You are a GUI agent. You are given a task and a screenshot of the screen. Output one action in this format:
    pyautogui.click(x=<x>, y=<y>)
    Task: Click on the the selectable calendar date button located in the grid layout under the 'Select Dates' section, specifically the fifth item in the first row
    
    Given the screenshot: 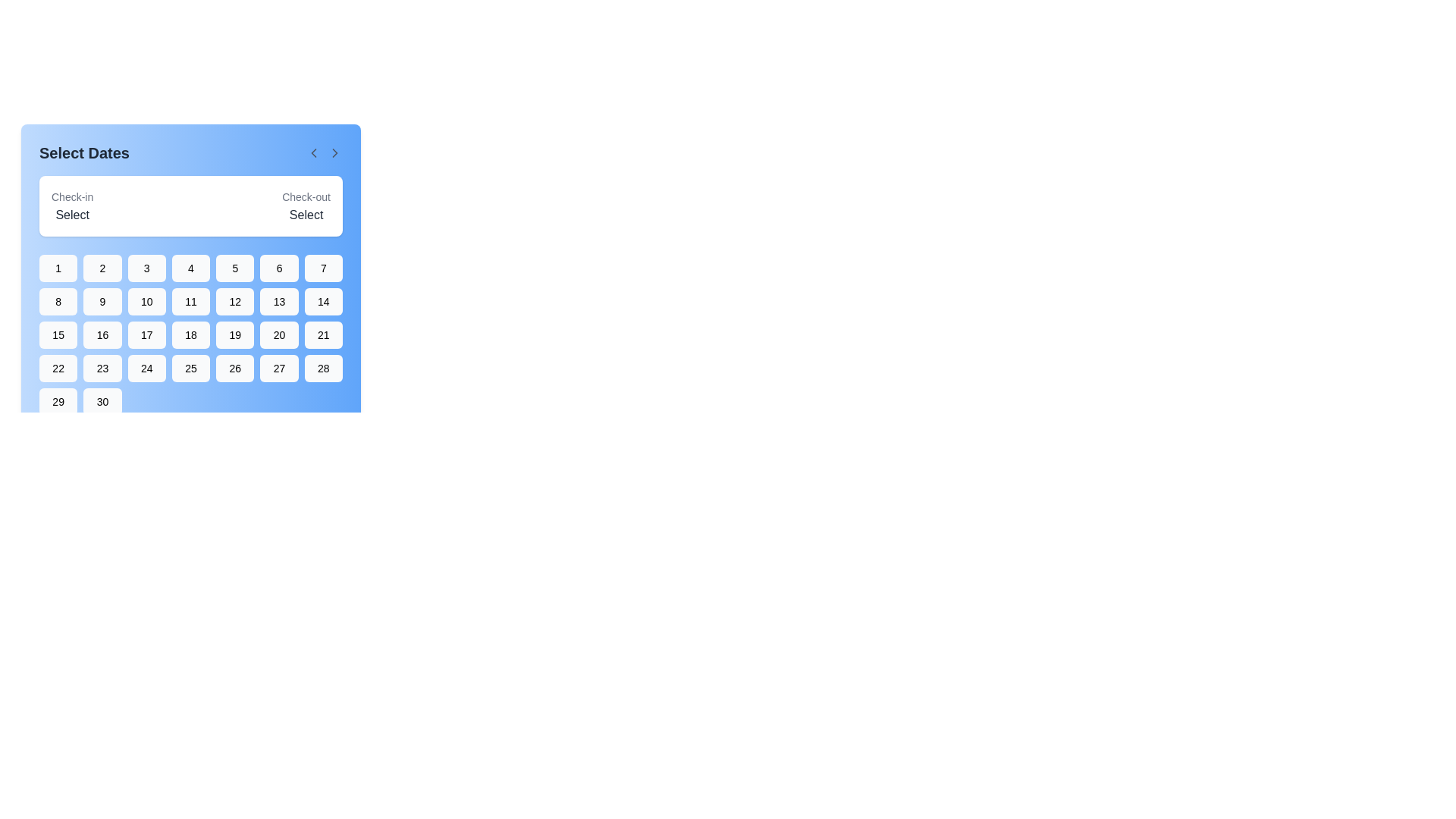 What is the action you would take?
    pyautogui.click(x=234, y=268)
    